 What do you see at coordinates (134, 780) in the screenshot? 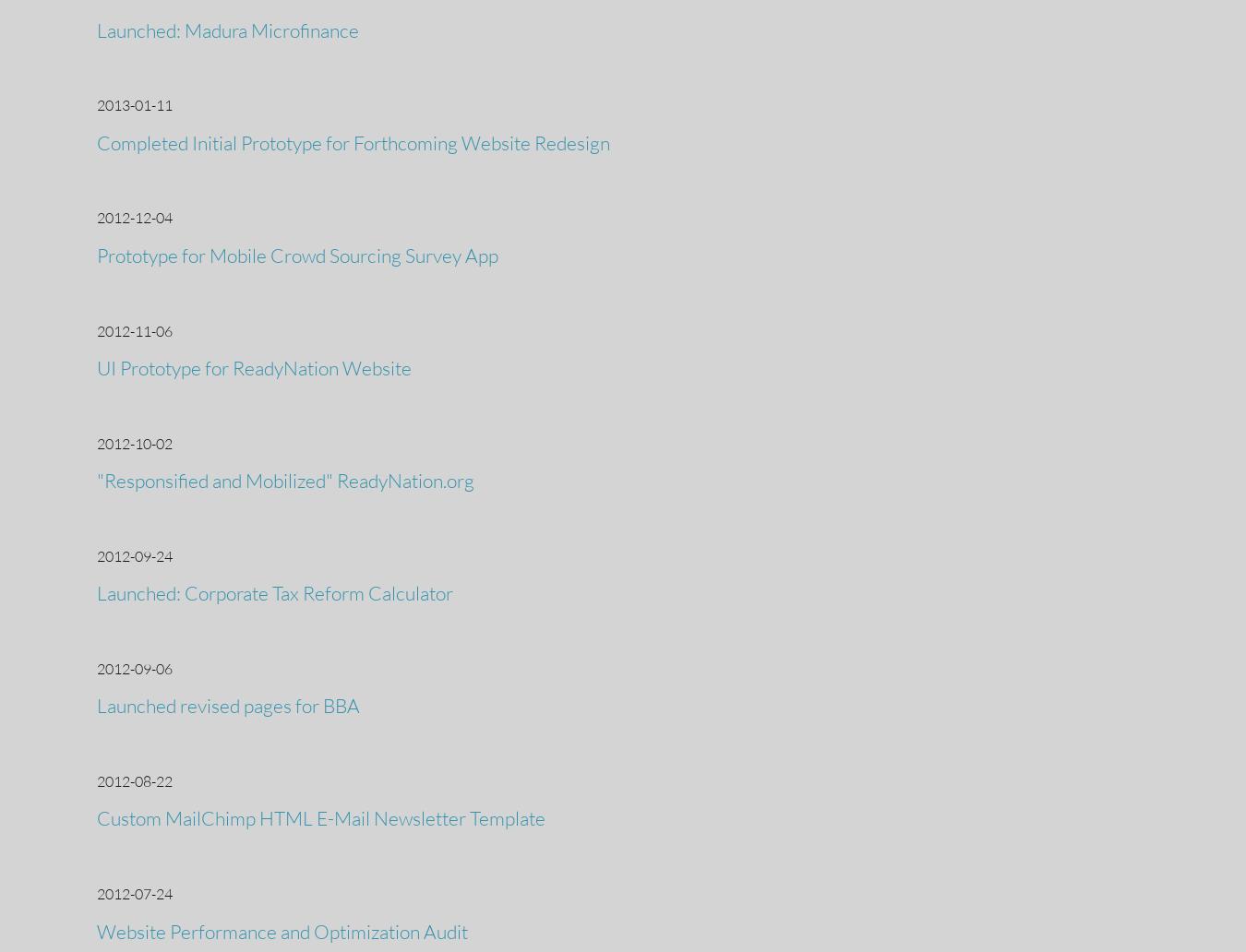
I see `'2012-08-22'` at bounding box center [134, 780].